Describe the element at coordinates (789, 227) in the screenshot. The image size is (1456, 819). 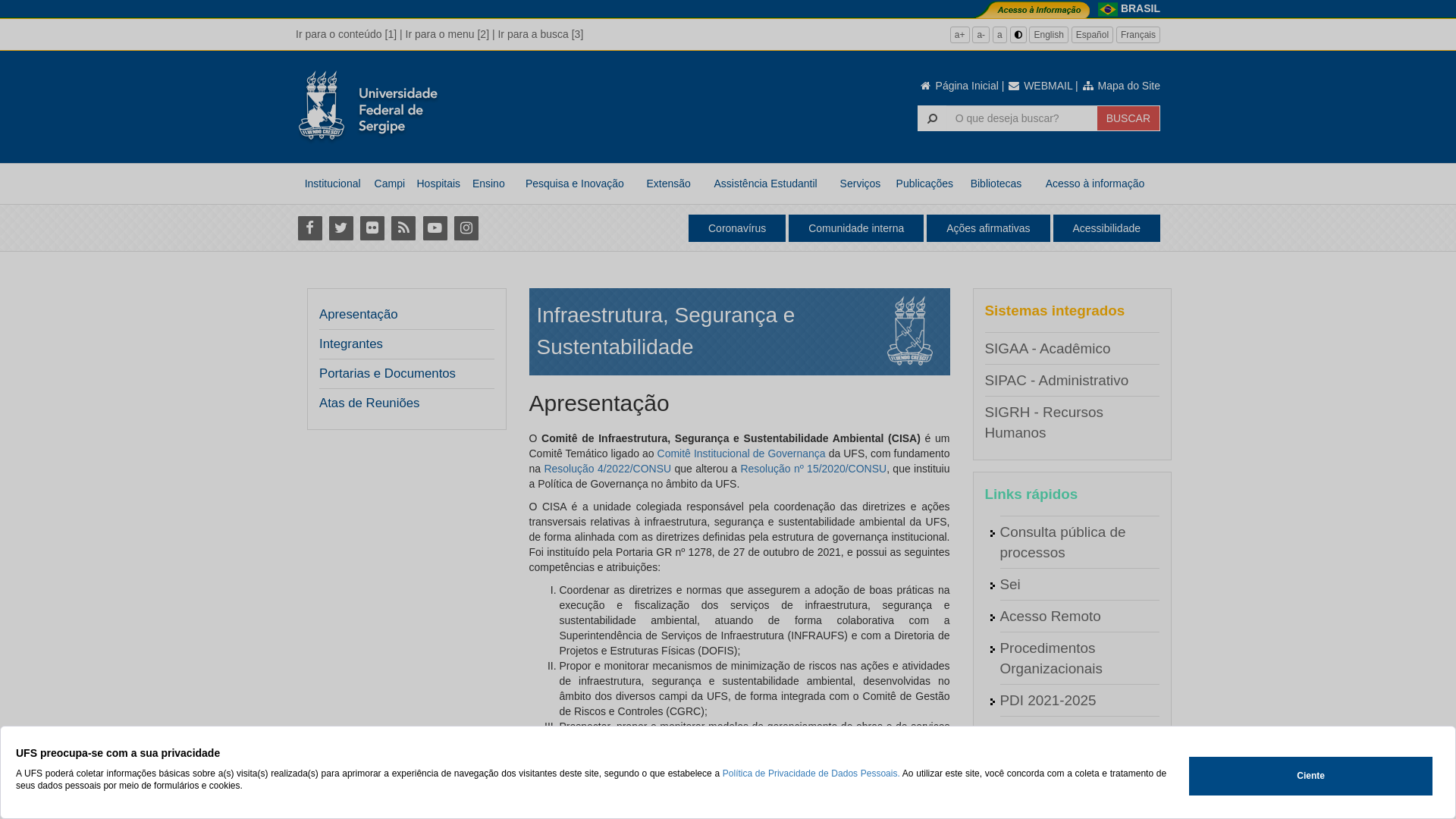
I see `'Comunidade interna'` at that location.